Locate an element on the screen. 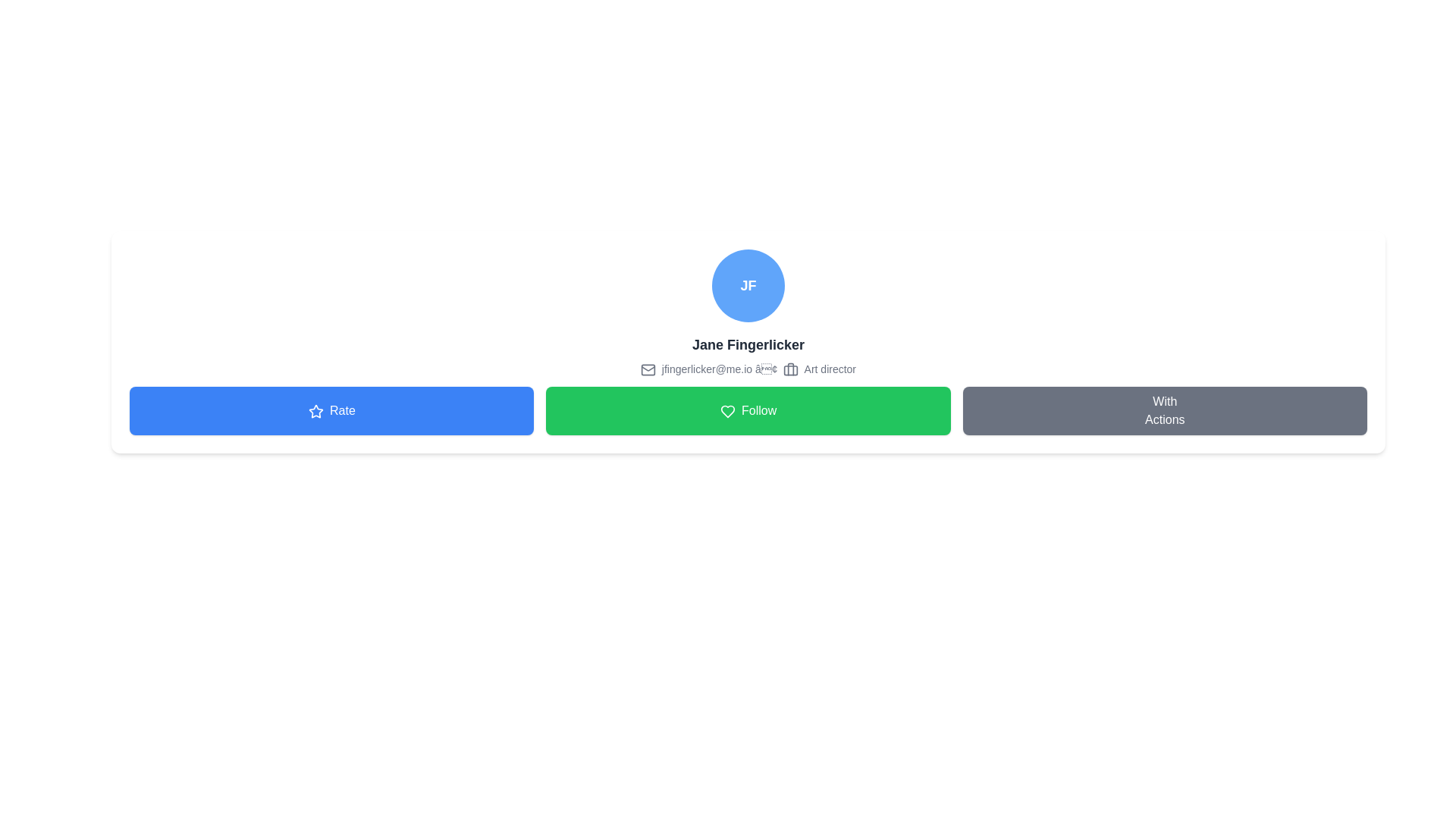 The image size is (1456, 819). the heart-shaped icon outlined with a green fill, located to the left of the text 'Follow' on the green button is located at coordinates (726, 412).